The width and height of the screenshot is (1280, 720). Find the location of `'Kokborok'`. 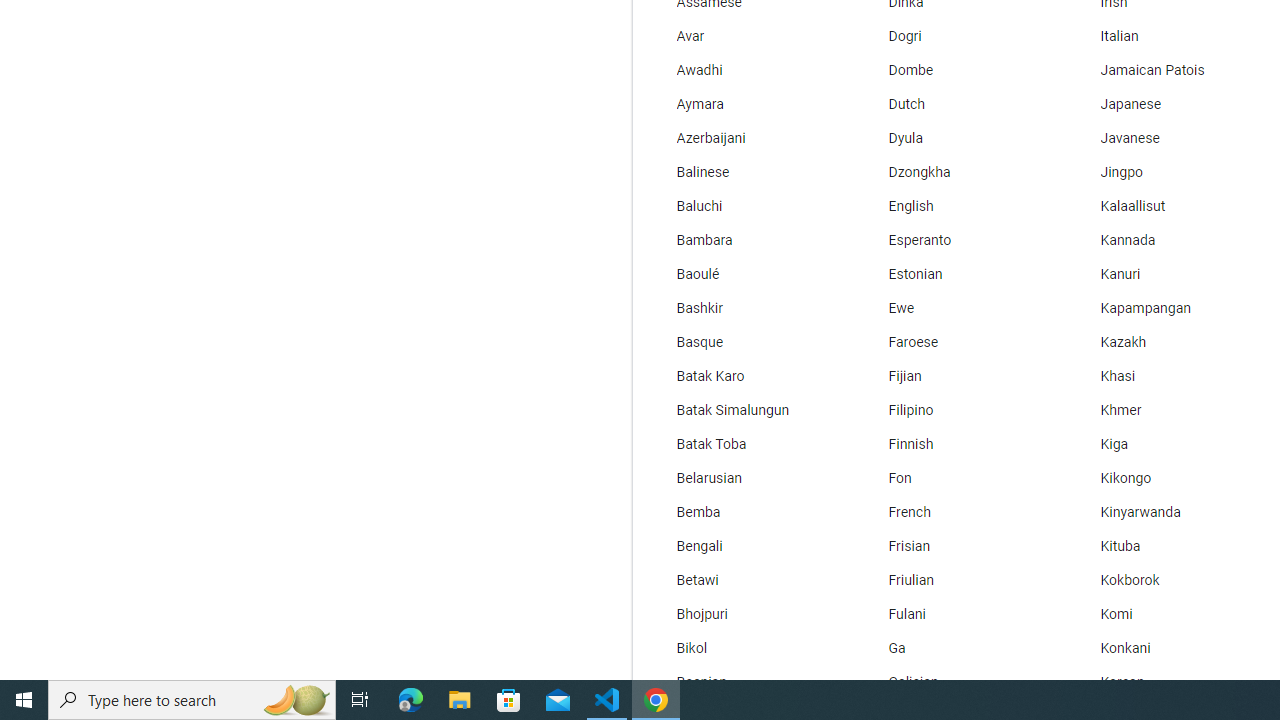

'Kokborok' is located at coordinates (1169, 581).